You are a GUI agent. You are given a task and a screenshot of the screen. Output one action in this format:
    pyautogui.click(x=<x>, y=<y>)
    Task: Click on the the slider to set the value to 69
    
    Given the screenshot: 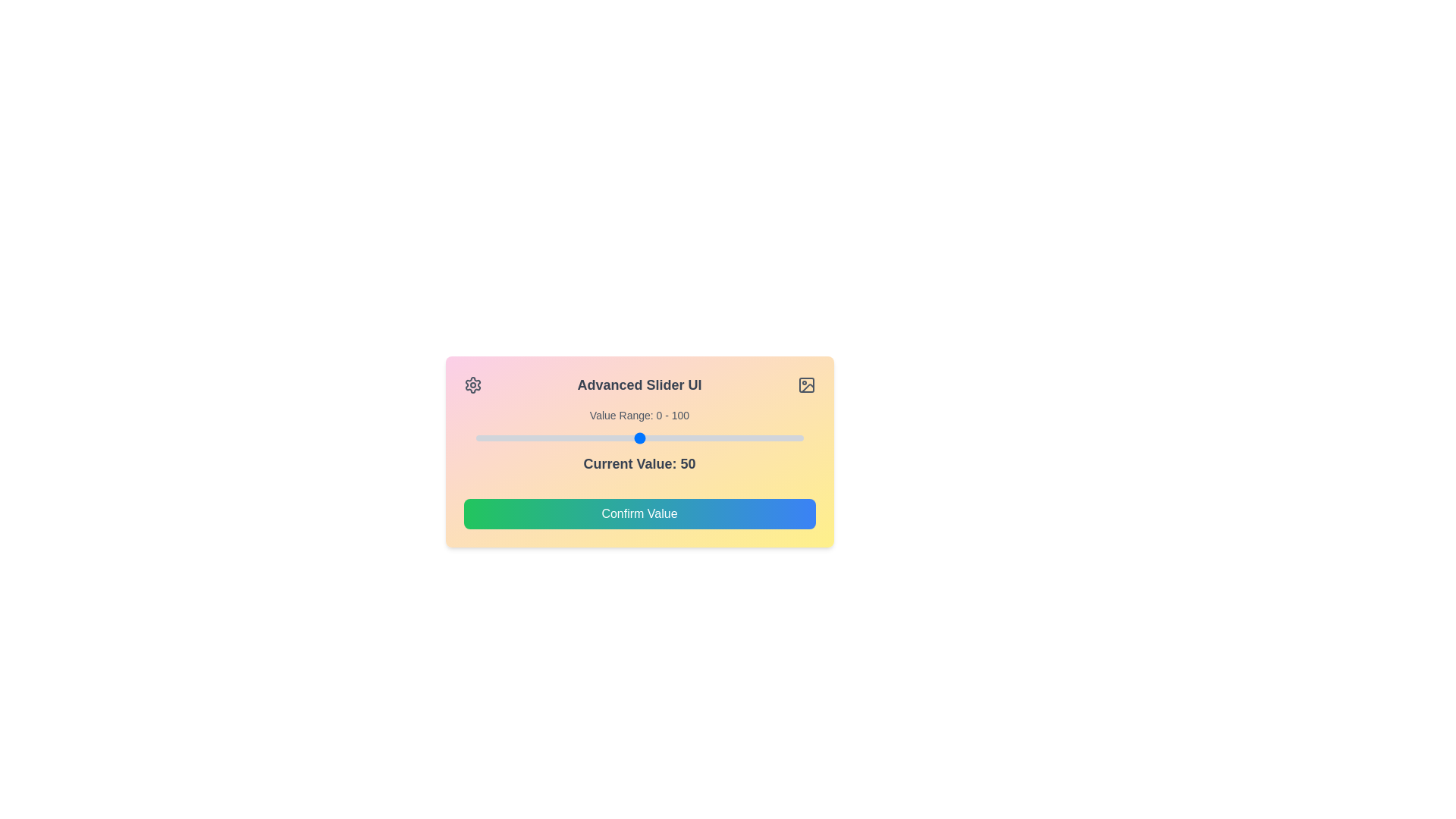 What is the action you would take?
    pyautogui.click(x=701, y=438)
    